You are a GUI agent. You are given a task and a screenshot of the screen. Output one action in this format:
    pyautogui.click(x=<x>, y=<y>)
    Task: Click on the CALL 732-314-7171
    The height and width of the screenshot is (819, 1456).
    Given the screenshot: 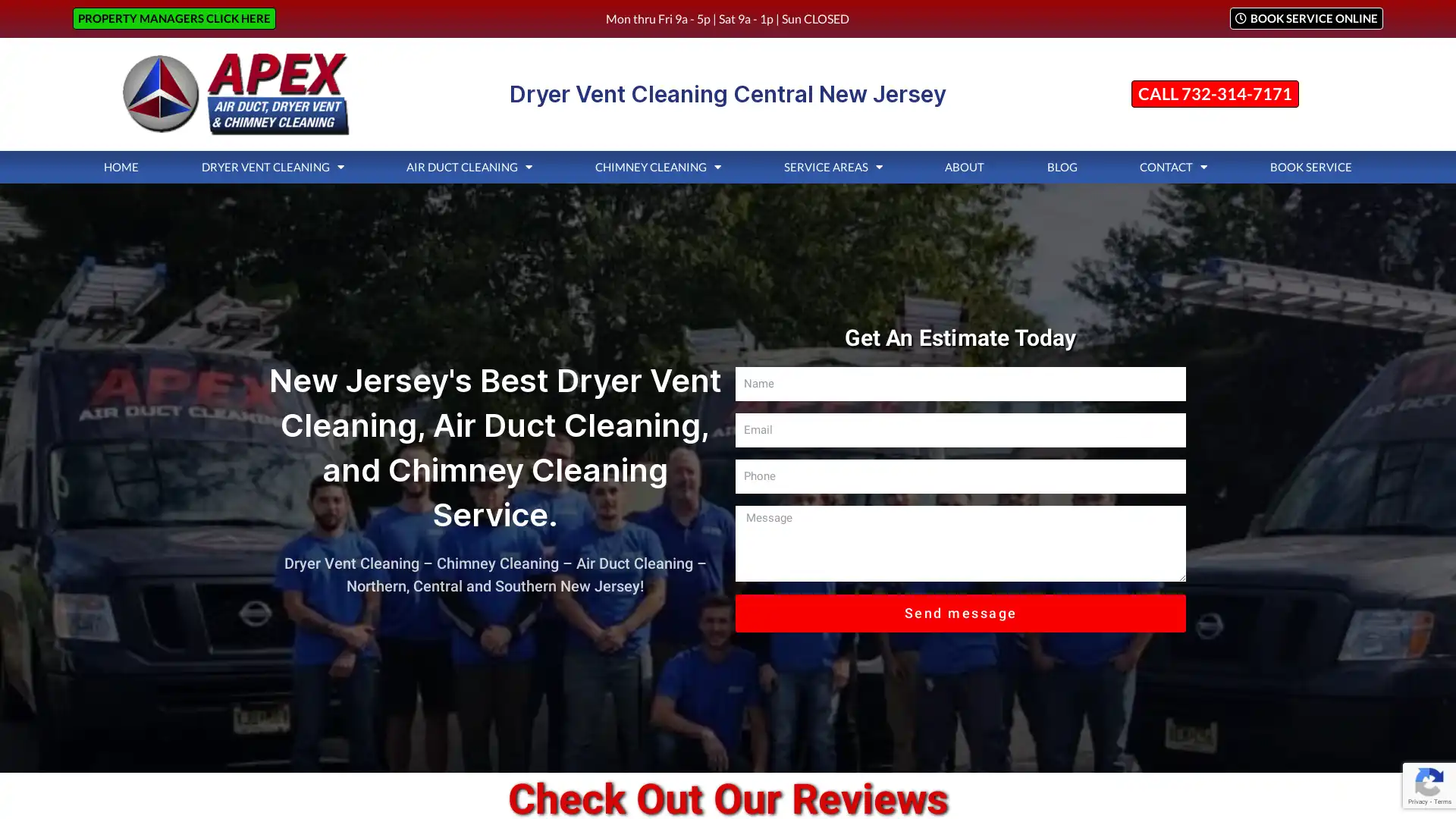 What is the action you would take?
    pyautogui.click(x=1214, y=93)
    